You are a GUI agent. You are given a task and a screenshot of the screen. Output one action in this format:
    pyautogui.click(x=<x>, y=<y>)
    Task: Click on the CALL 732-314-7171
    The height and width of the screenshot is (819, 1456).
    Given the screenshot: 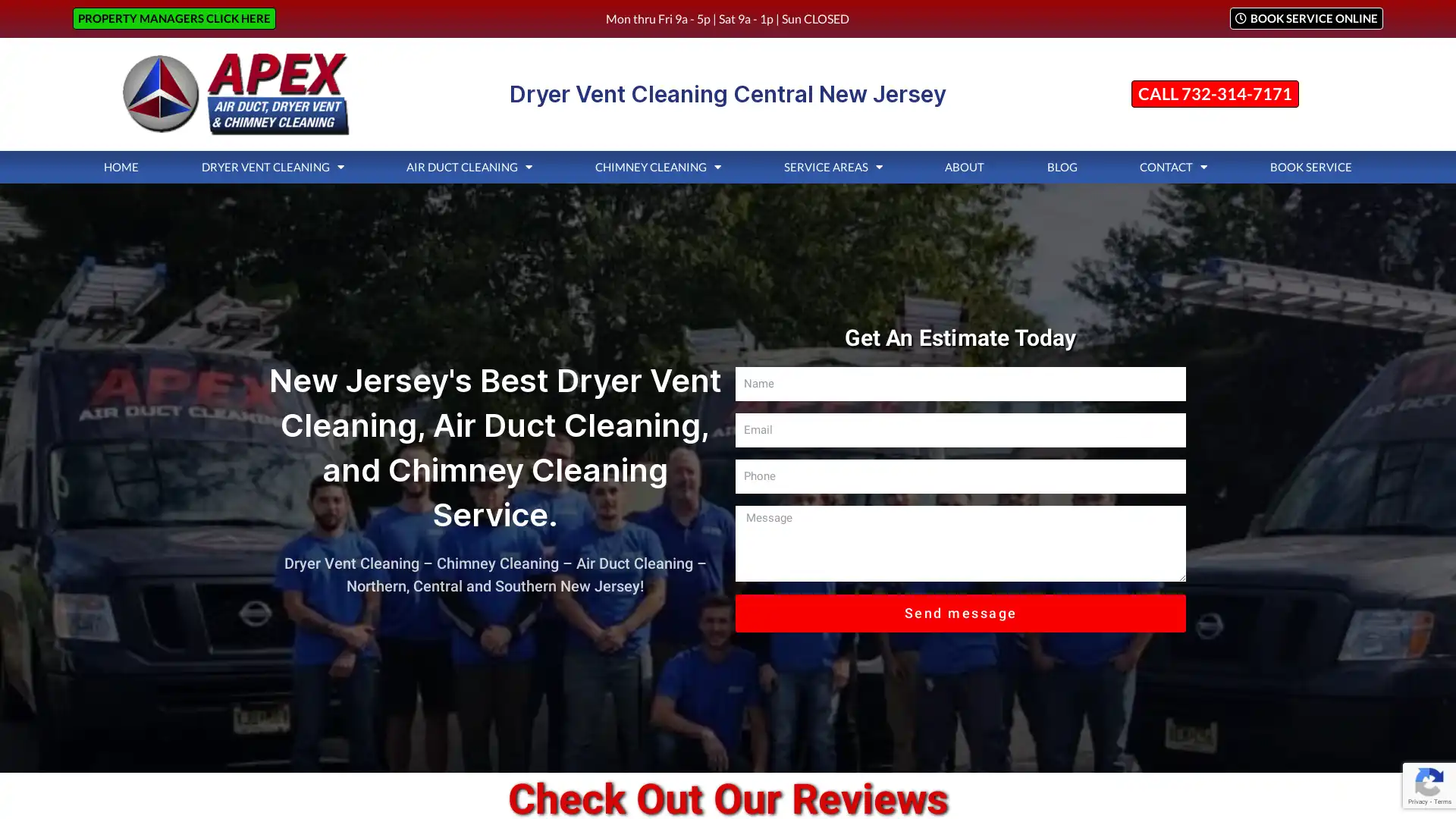 What is the action you would take?
    pyautogui.click(x=1214, y=93)
    